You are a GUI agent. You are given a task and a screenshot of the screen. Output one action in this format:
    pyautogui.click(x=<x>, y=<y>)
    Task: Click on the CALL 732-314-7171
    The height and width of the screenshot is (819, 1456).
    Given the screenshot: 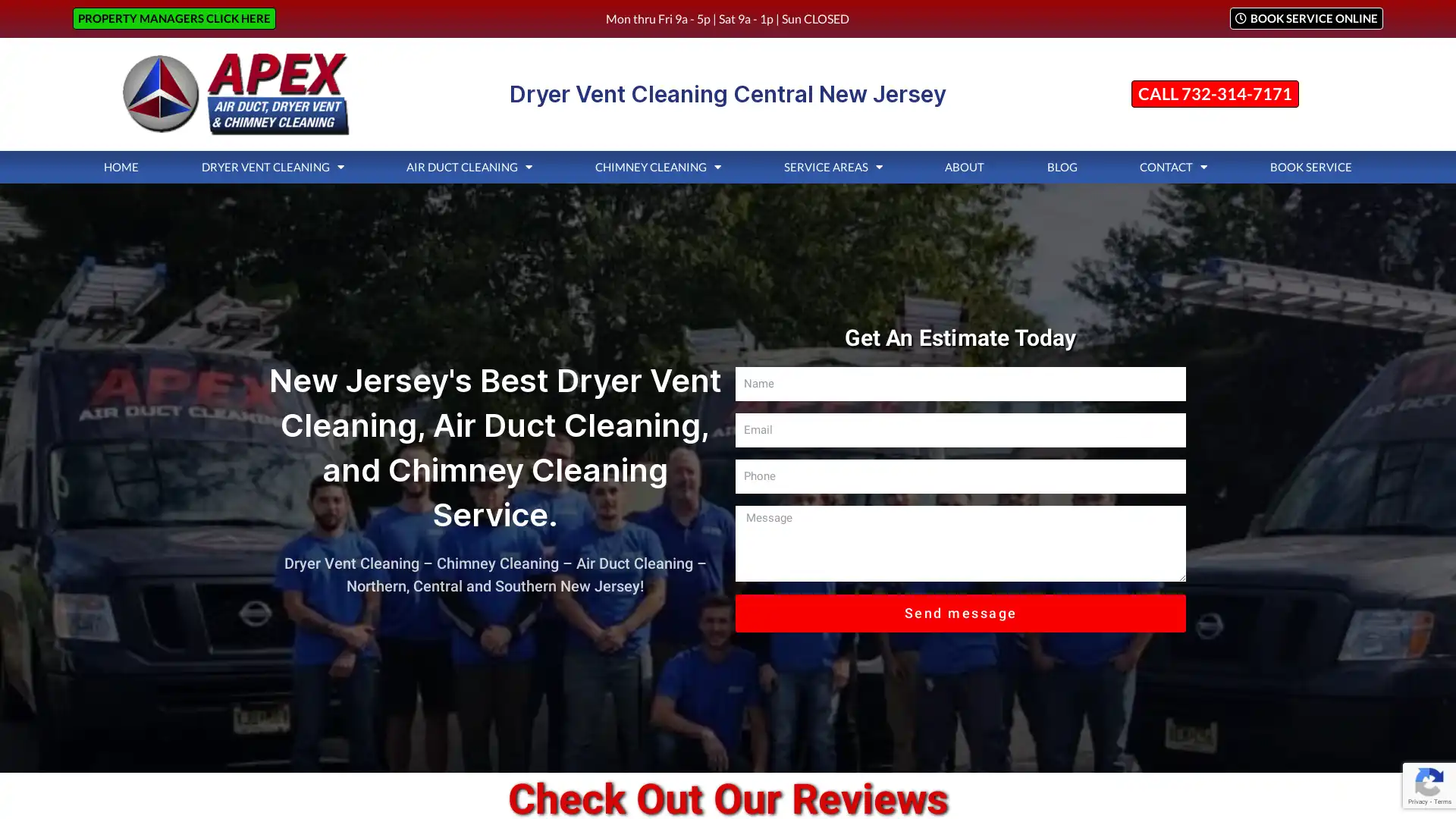 What is the action you would take?
    pyautogui.click(x=1214, y=93)
    